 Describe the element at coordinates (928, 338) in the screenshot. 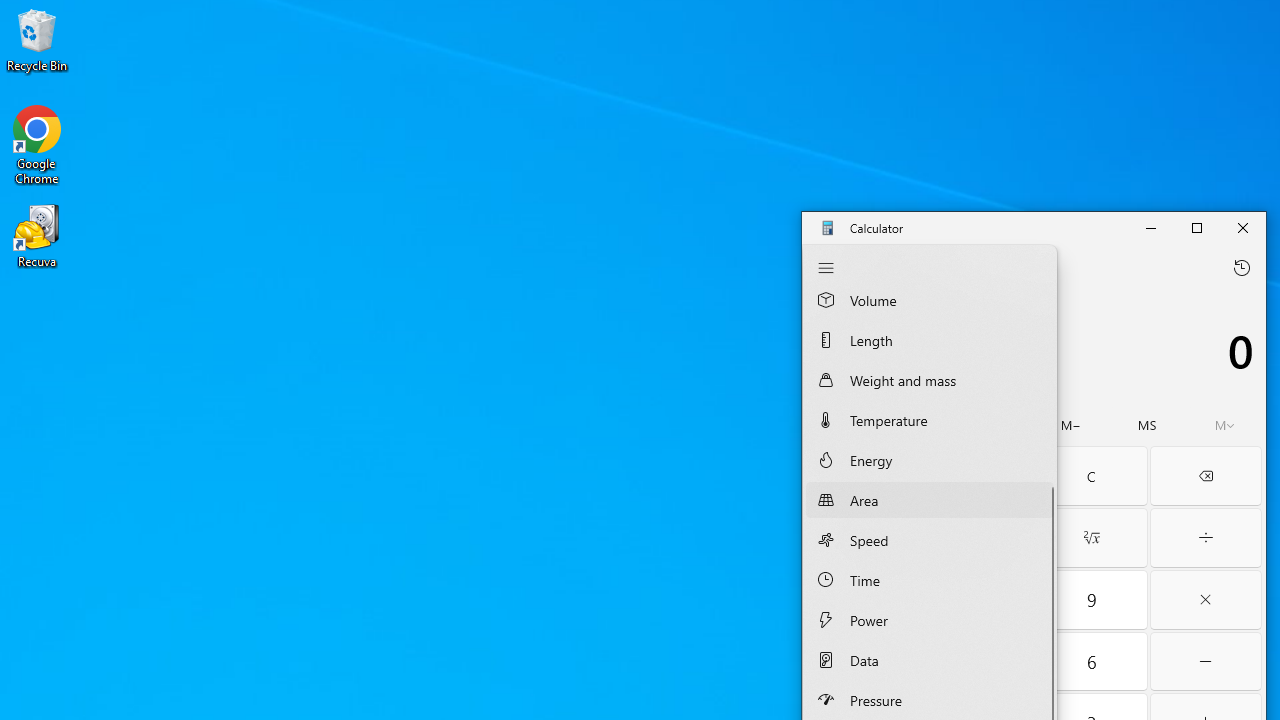

I see `'Length Converter'` at that location.